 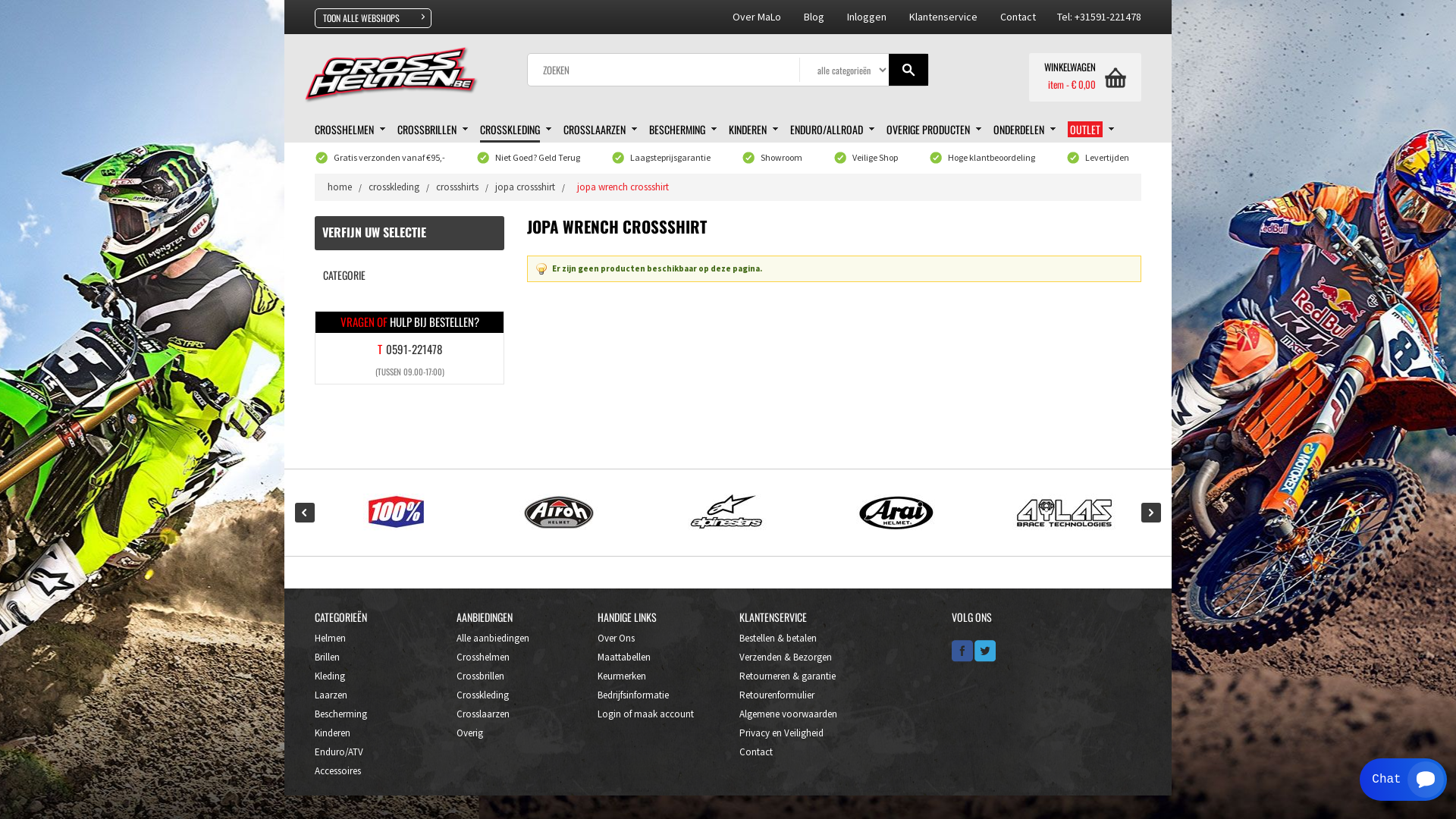 I want to click on 'Niet Goed? Geld Terug', so click(x=494, y=157).